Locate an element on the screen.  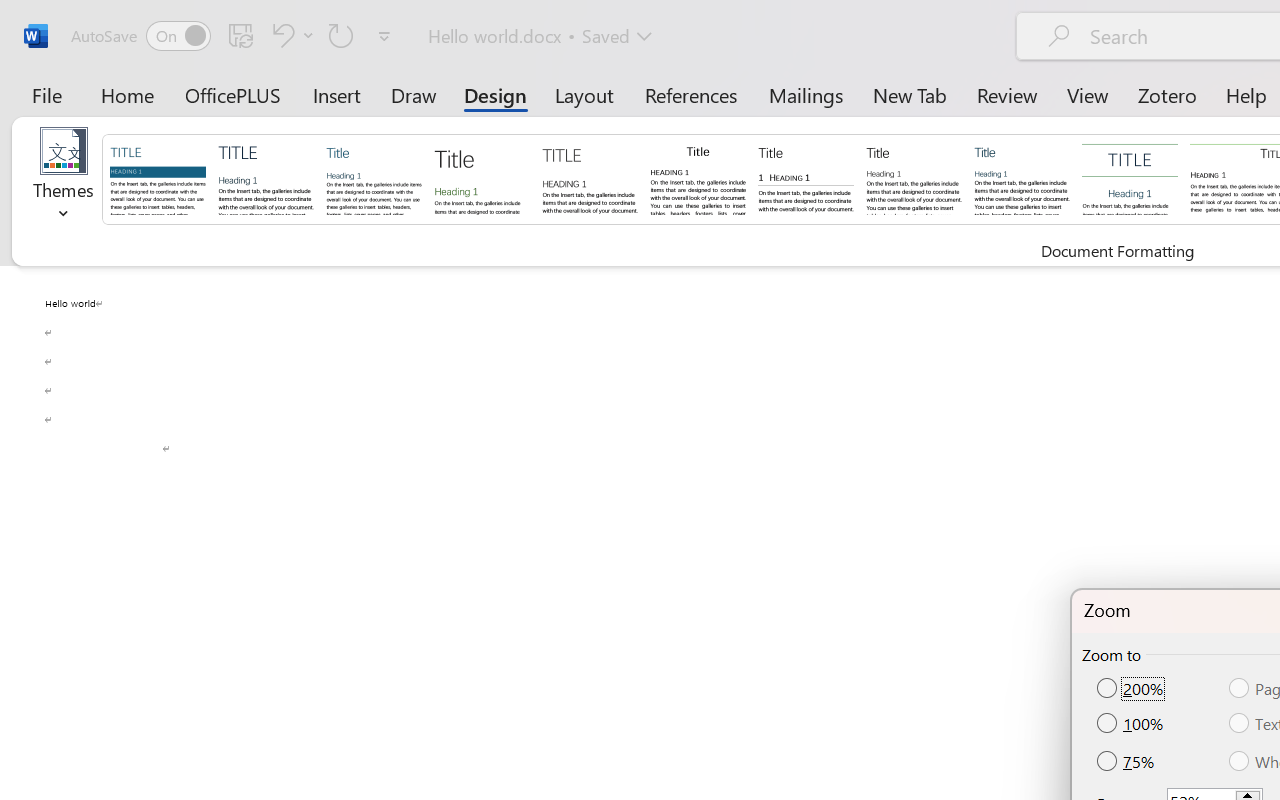
'Basic (Elegant)' is located at coordinates (265, 177).